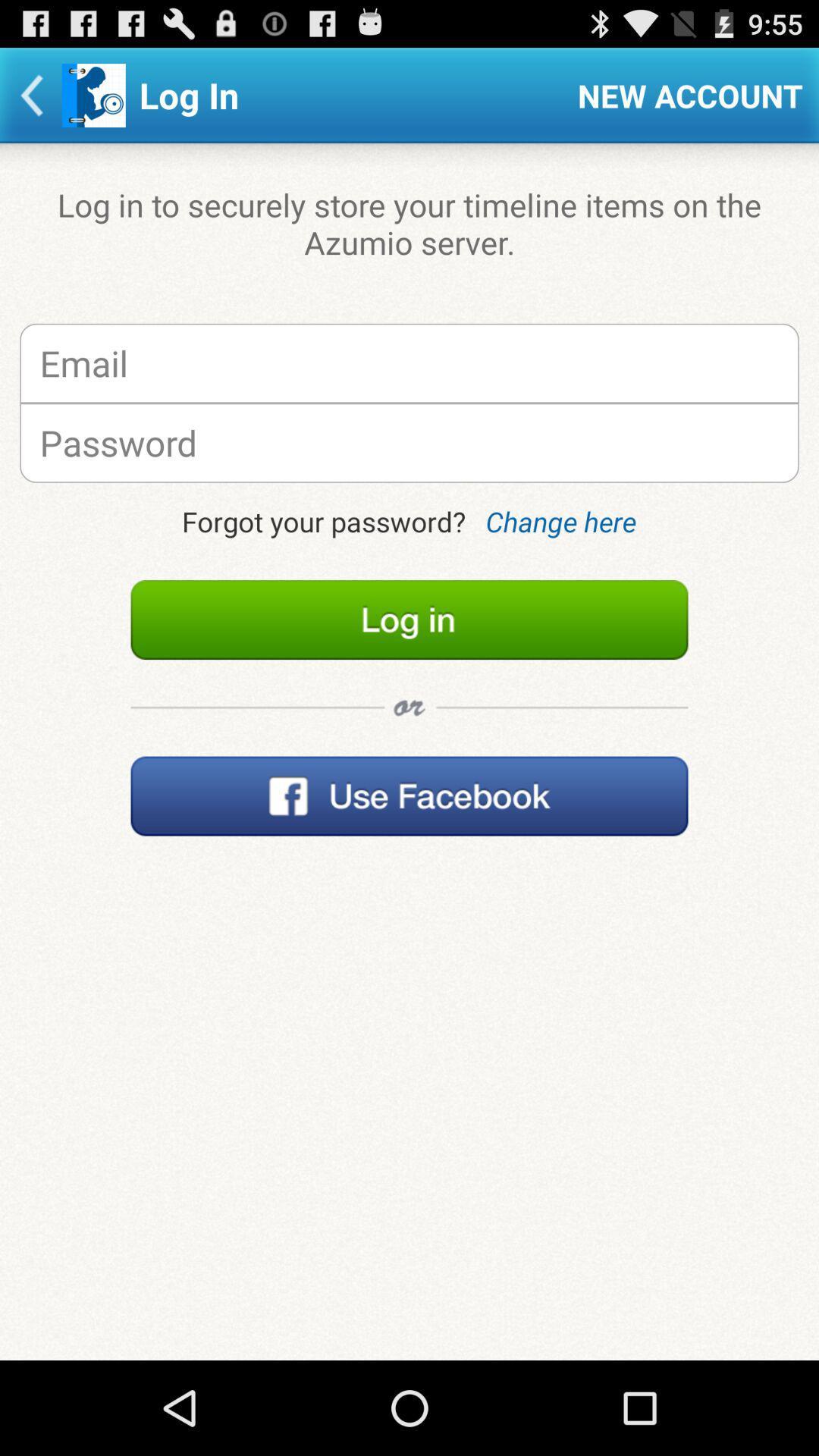 This screenshot has width=819, height=1456. Describe the element at coordinates (560, 521) in the screenshot. I see `change here` at that location.